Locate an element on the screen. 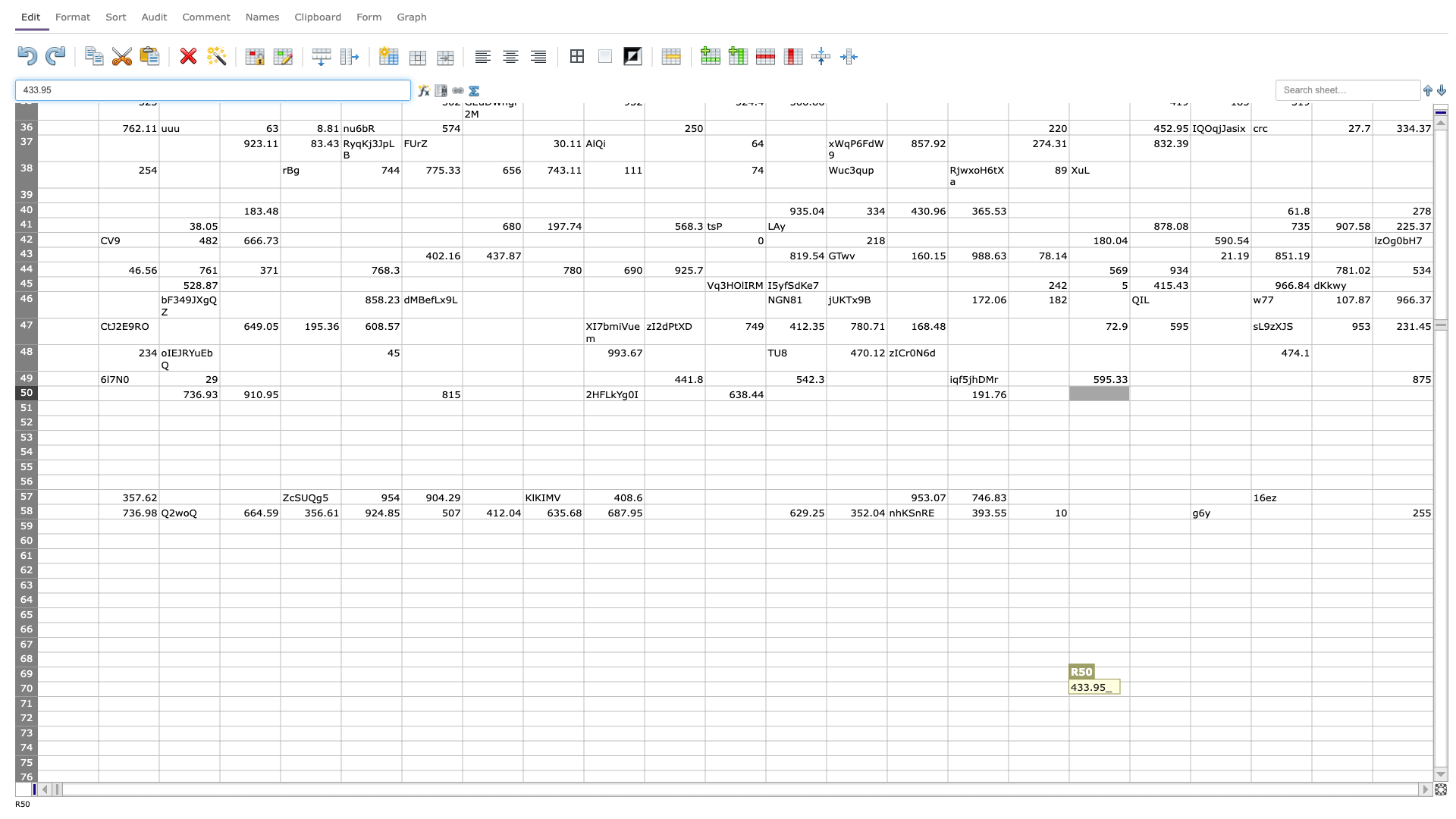  Series fill point of cell S70 is located at coordinates (1189, 696).